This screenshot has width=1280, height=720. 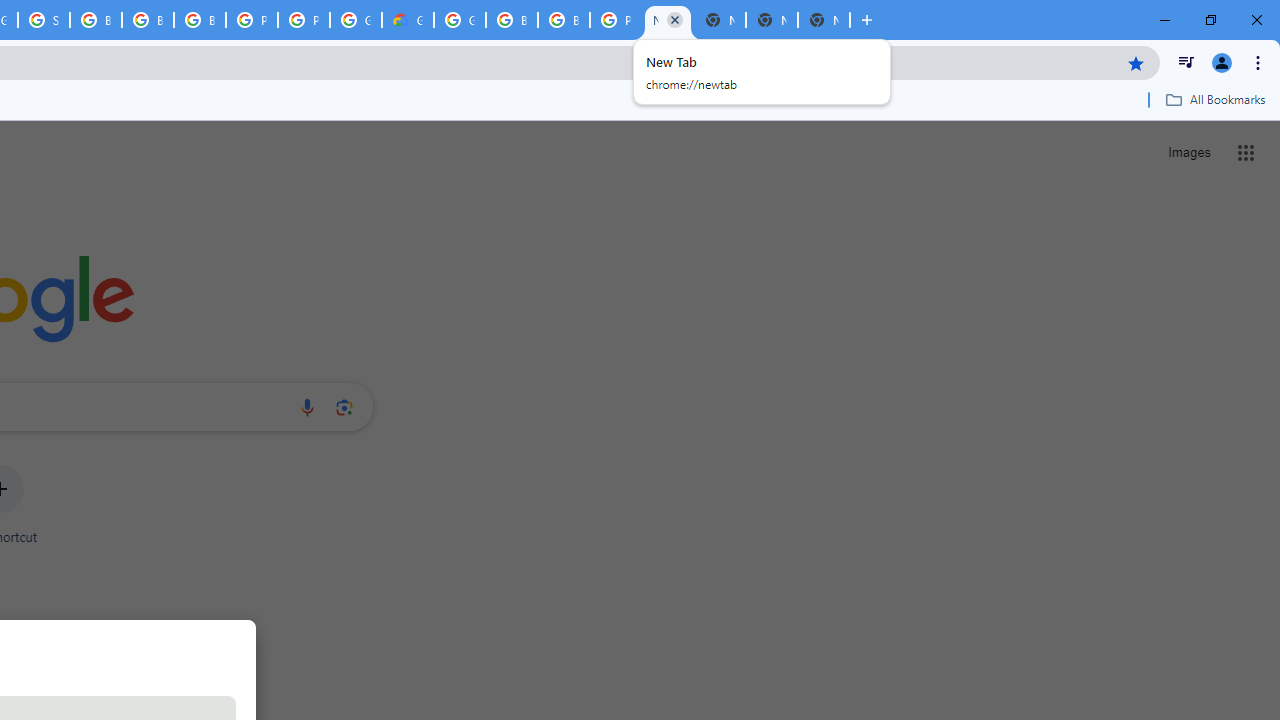 What do you see at coordinates (1214, 99) in the screenshot?
I see `'All Bookmarks'` at bounding box center [1214, 99].